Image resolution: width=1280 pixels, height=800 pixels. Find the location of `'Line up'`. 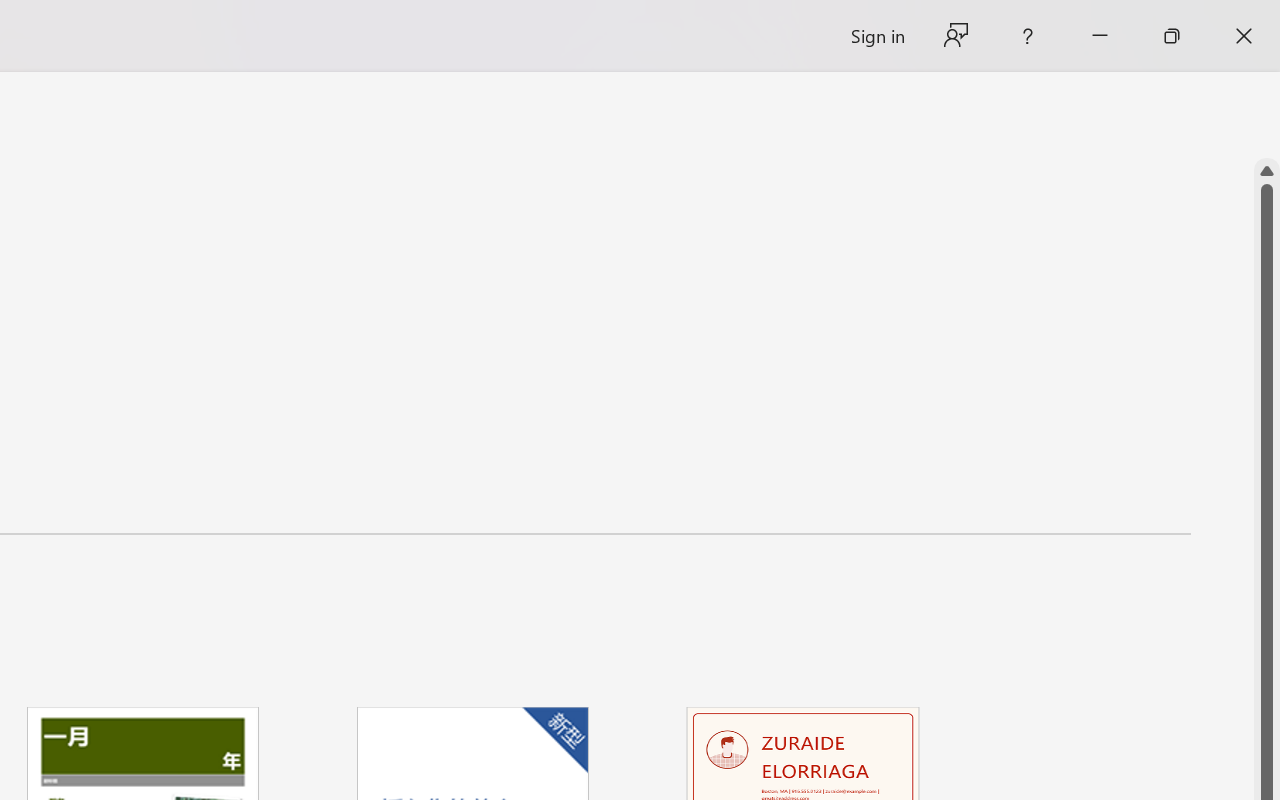

'Line up' is located at coordinates (1266, 170).